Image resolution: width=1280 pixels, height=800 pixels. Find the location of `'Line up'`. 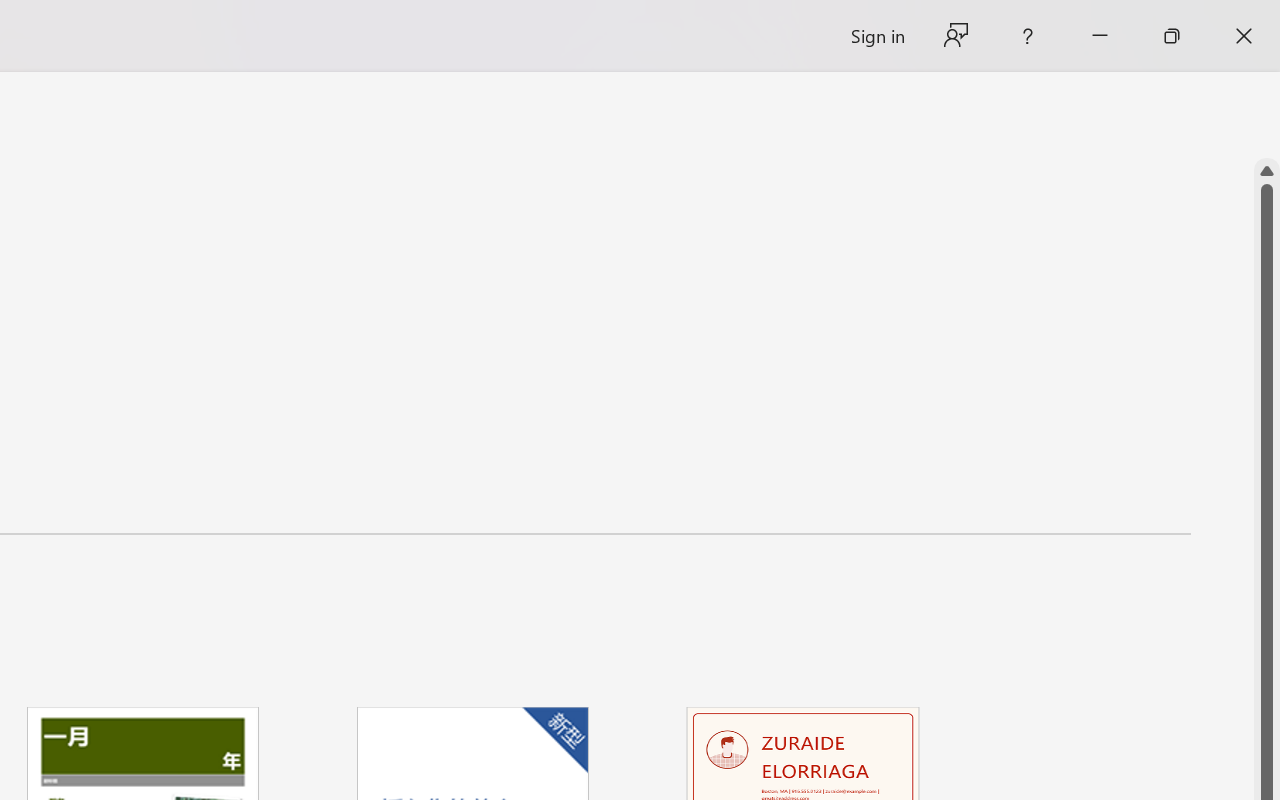

'Line up' is located at coordinates (1266, 170).